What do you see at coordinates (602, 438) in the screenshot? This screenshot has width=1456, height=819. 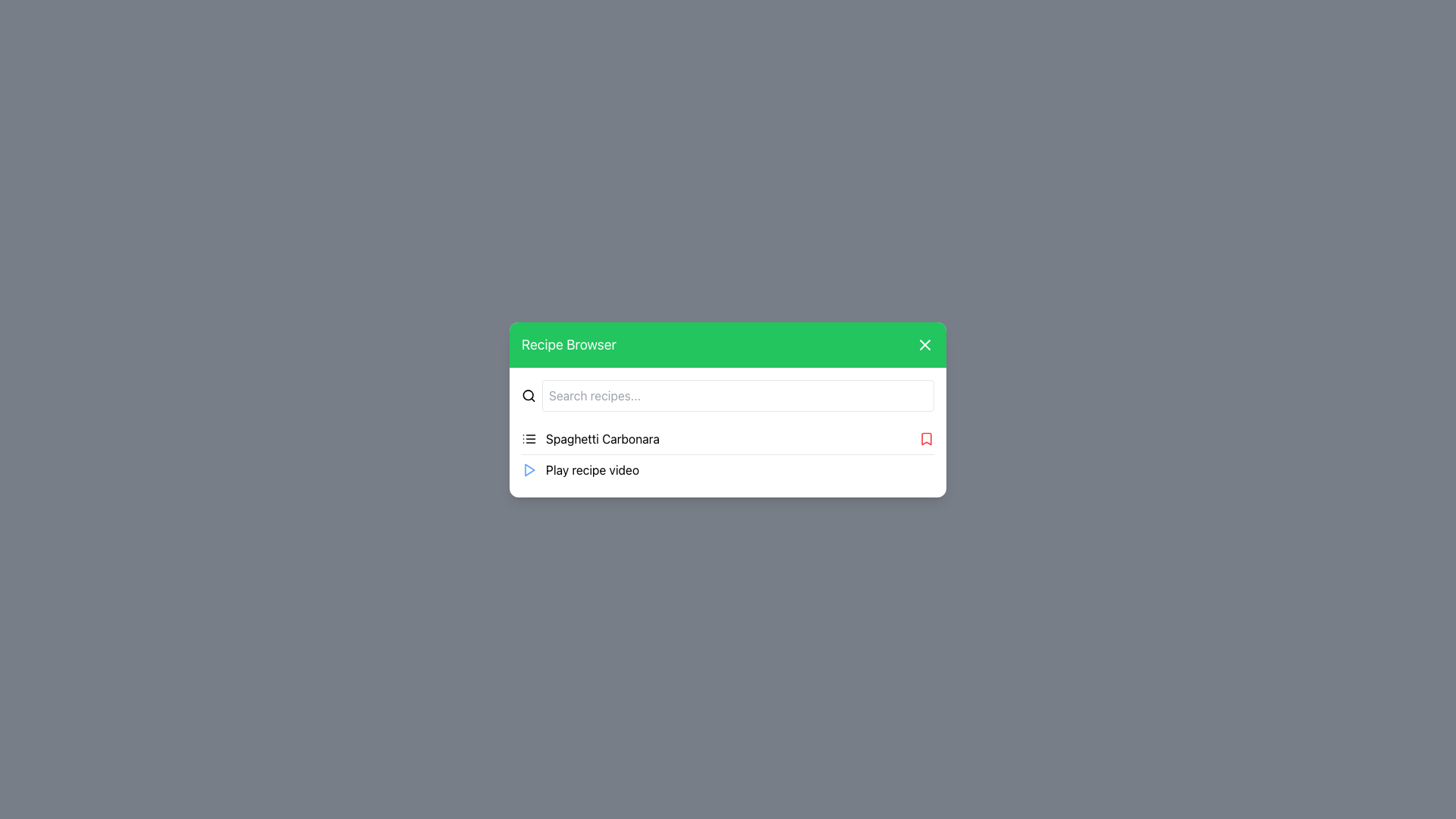 I see `the text label for the recipe 'Spaghetti Carbonara' located in the 'Recipe Browser' modal` at bounding box center [602, 438].